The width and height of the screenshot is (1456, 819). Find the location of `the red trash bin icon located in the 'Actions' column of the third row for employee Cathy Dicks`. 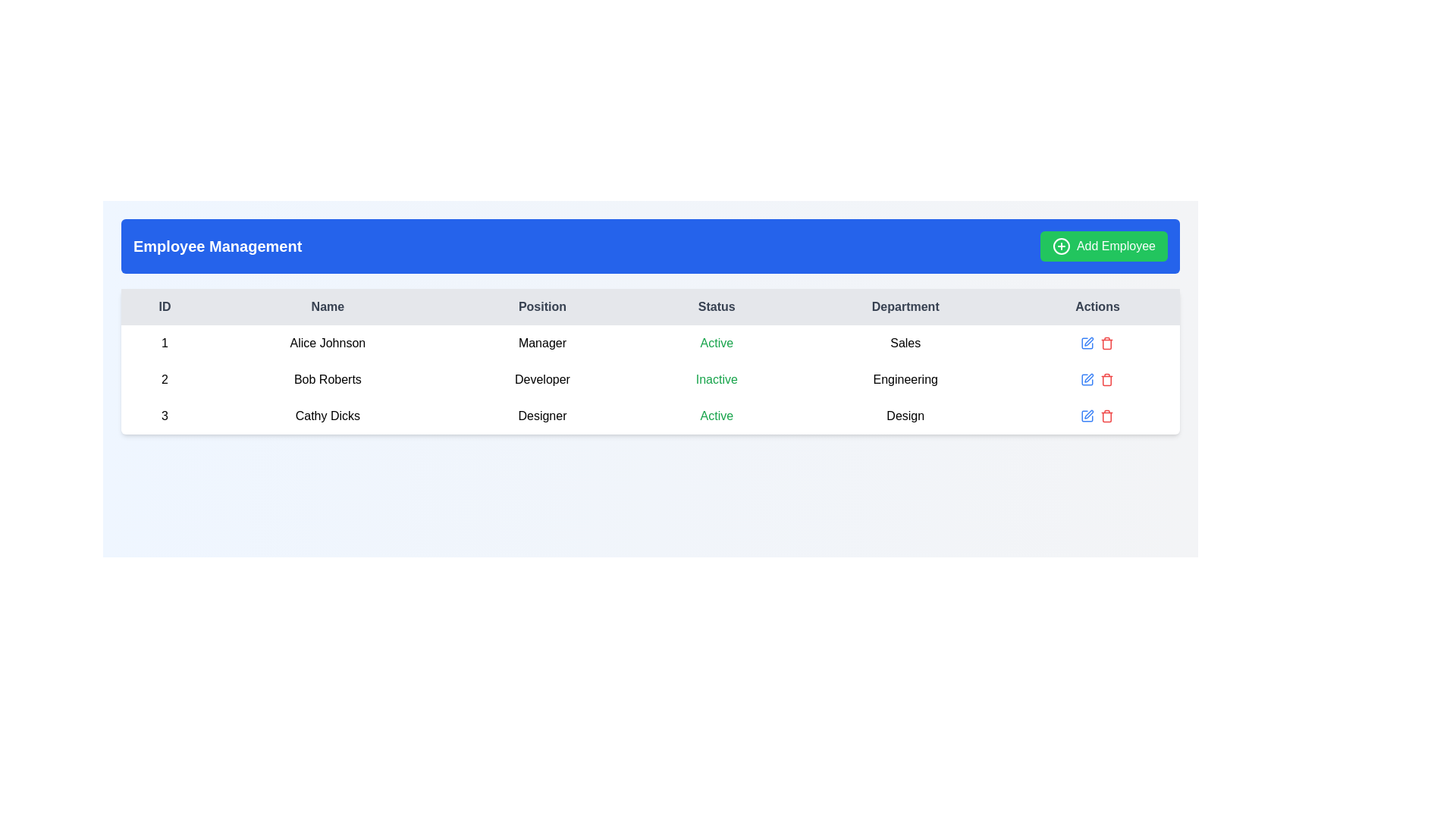

the red trash bin icon located in the 'Actions' column of the third row for employee Cathy Dicks is located at coordinates (1107, 343).